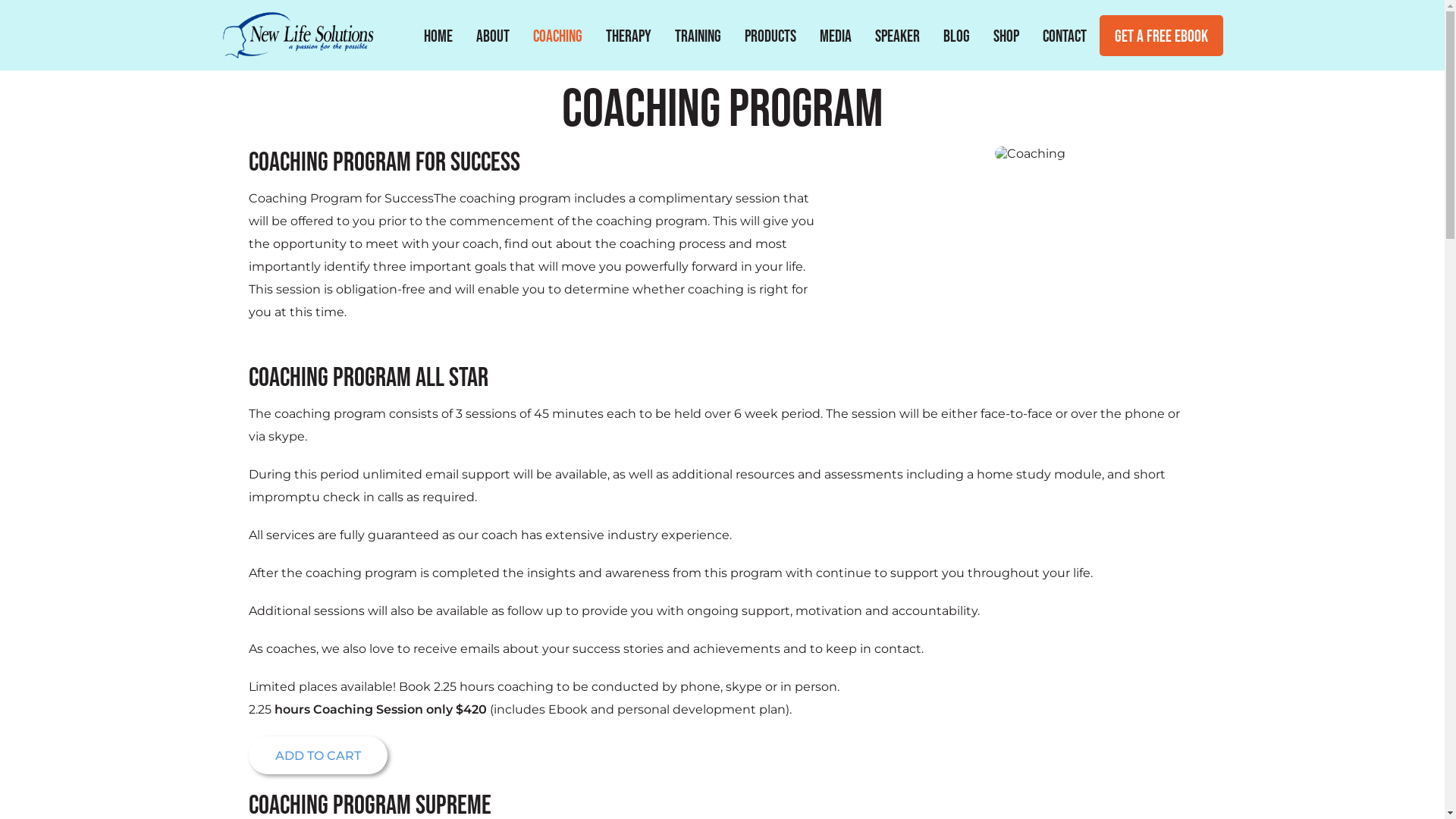 The height and width of the screenshot is (819, 1456). I want to click on 'COACHING', so click(528, 34).